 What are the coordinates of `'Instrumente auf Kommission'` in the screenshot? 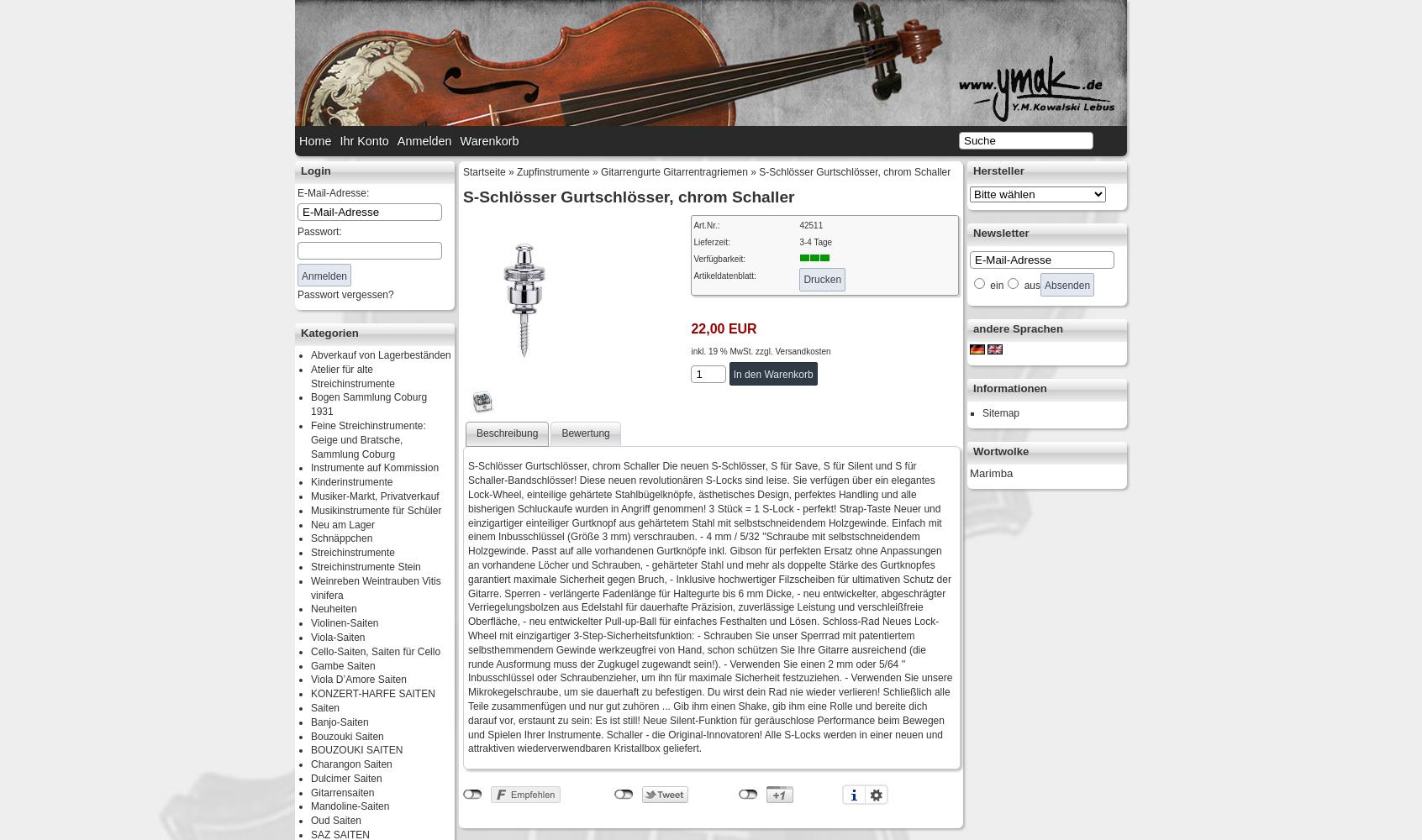 It's located at (374, 468).